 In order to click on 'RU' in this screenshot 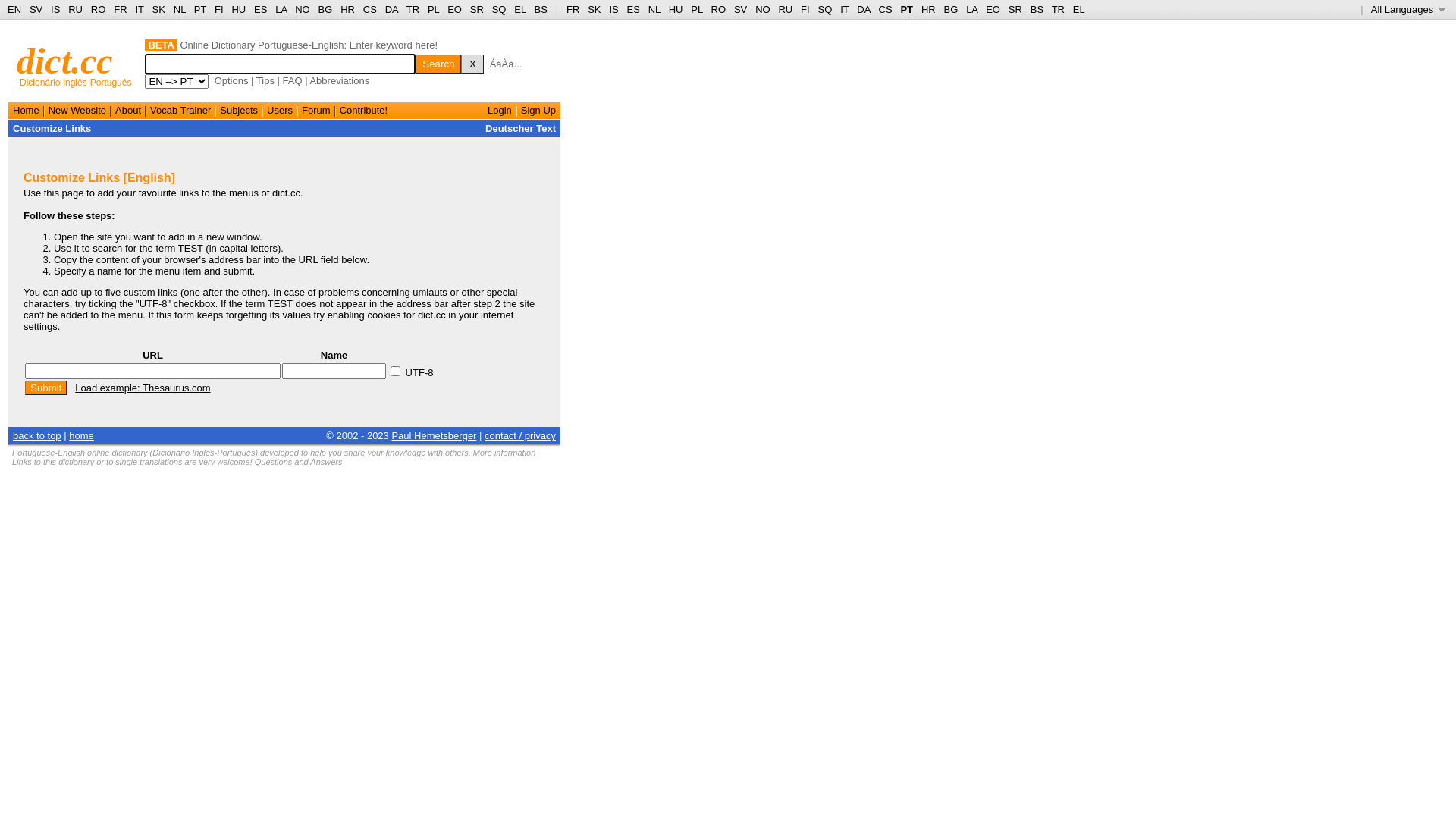, I will do `click(785, 9)`.